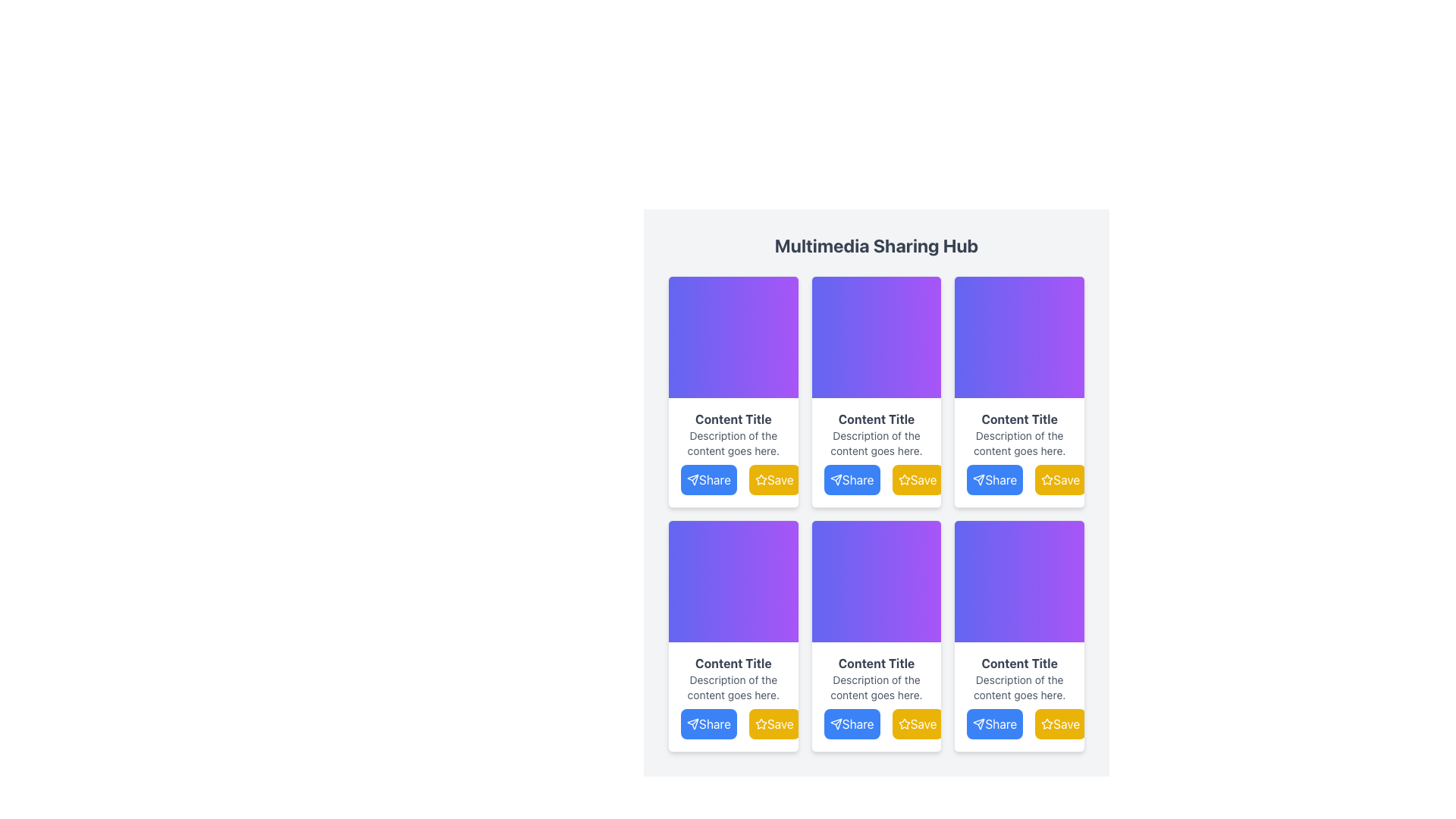  Describe the element at coordinates (877, 391) in the screenshot. I see `the 'Save' button on the Content card located in the second column of the first row of the grid layout` at that location.